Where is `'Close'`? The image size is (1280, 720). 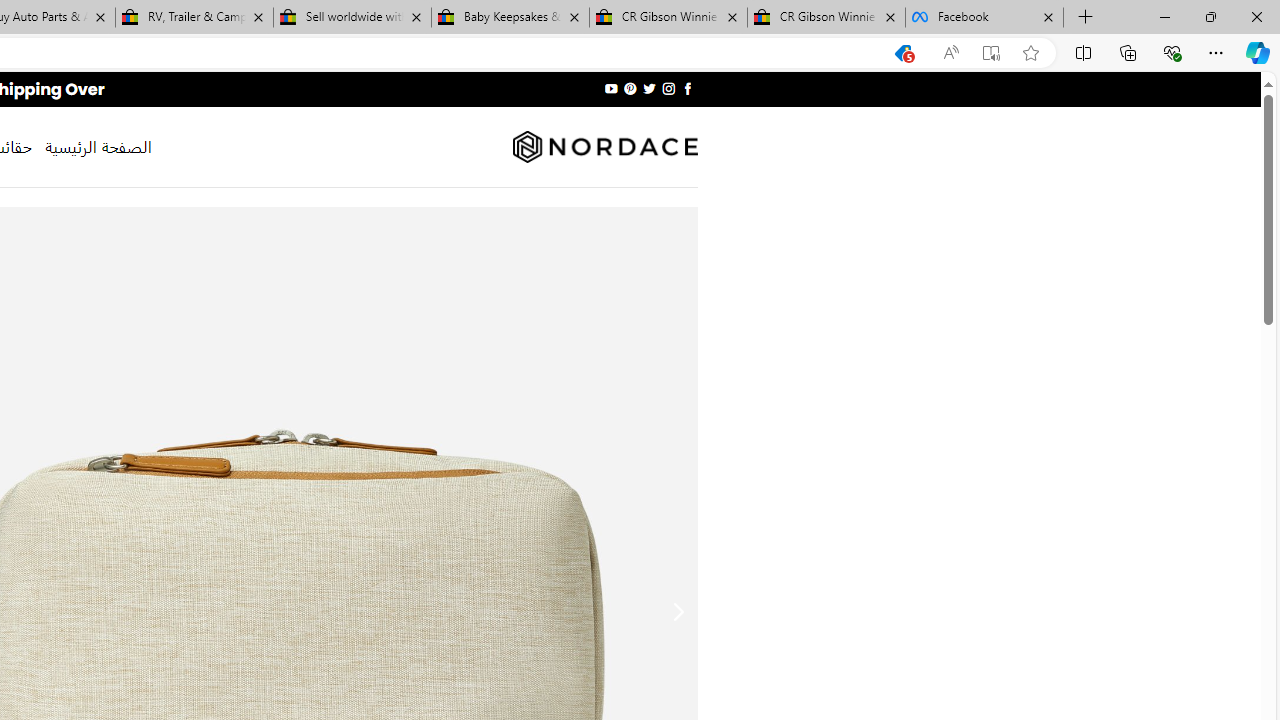 'Close' is located at coordinates (1255, 16).